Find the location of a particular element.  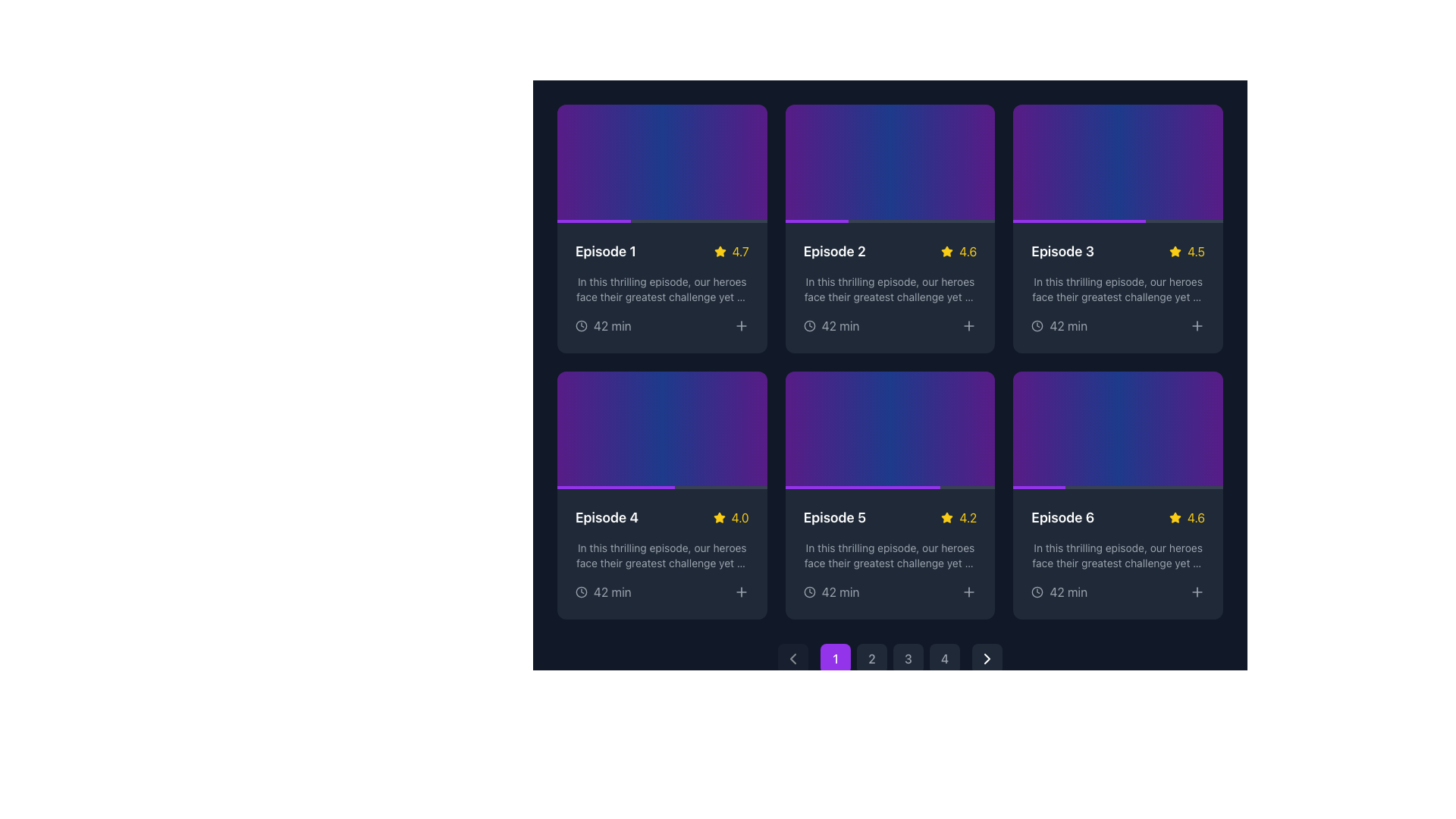

text label element displaying the number '4.5' styled in bold yellow font, located next to the star icon on the third card in the top row of the grid layout for 'Episode 3' is located at coordinates (1195, 250).